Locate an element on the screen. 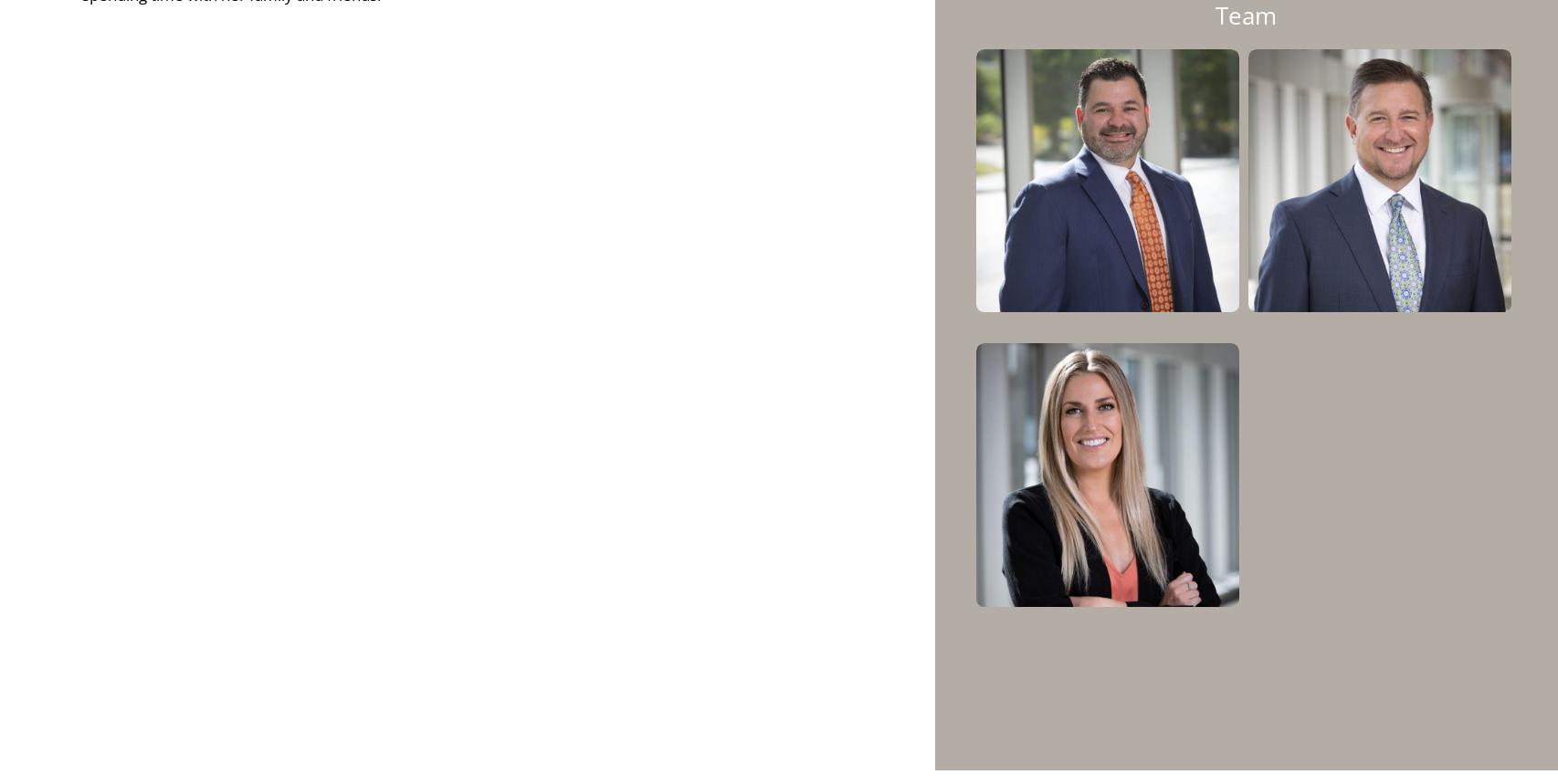 The width and height of the screenshot is (1558, 784). 'InvestmentNews' is located at coordinates (690, 380).